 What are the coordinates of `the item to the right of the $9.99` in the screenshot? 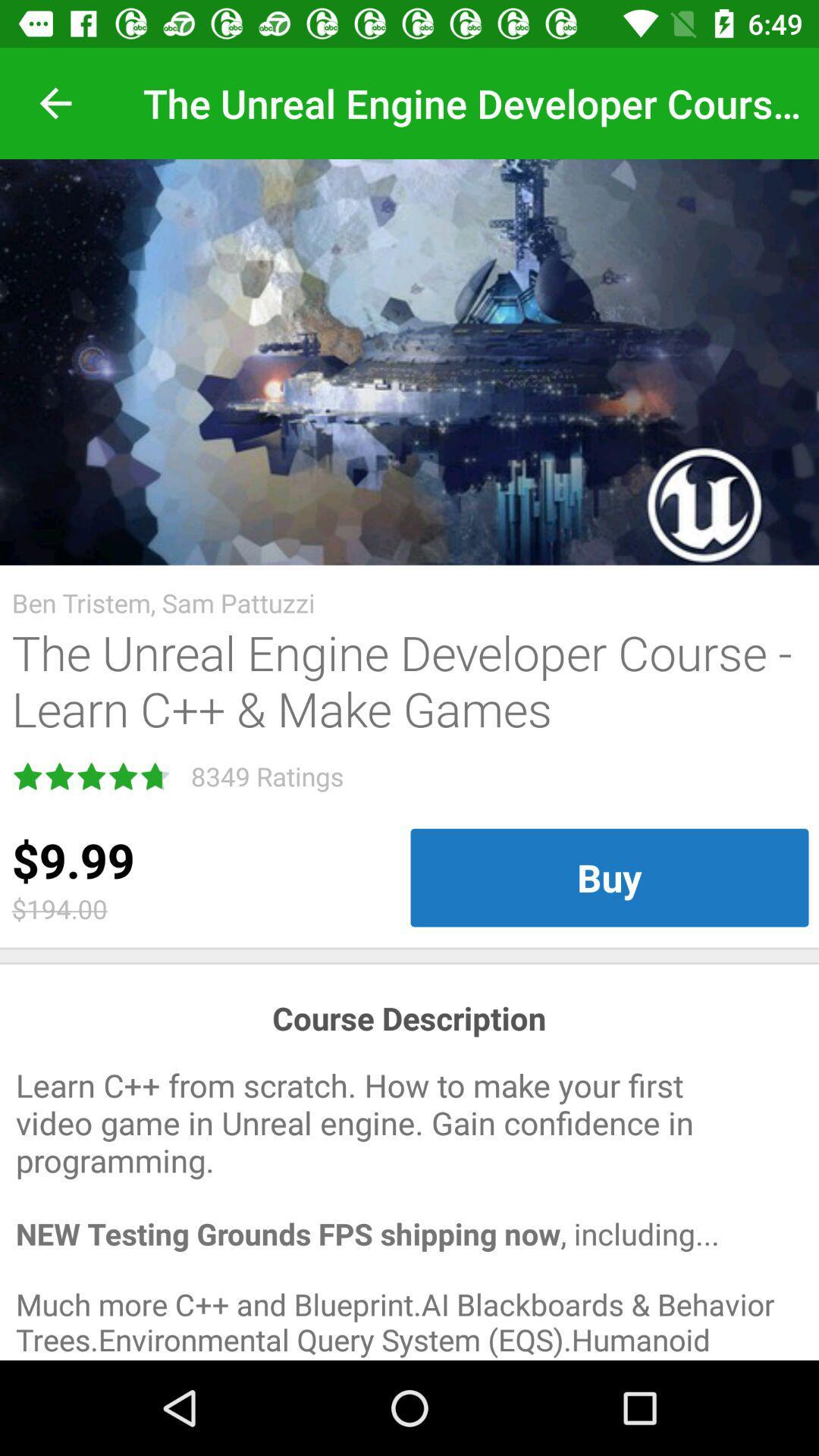 It's located at (608, 877).